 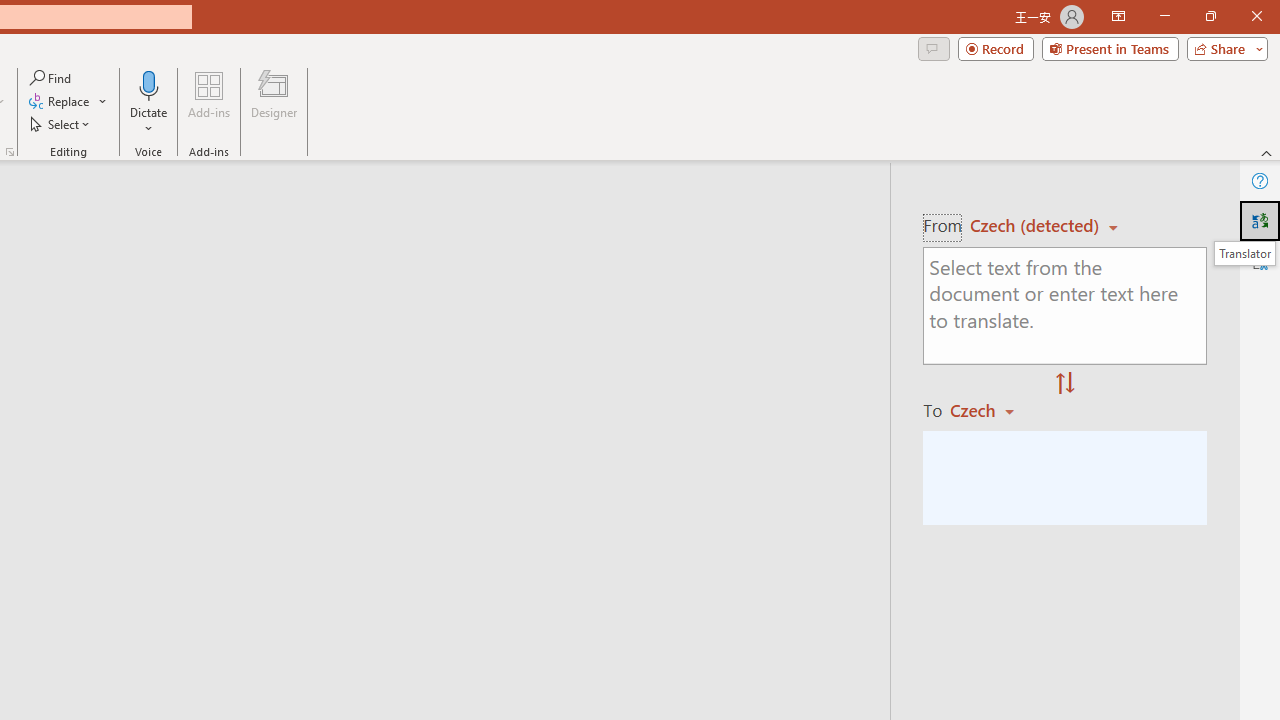 What do you see at coordinates (1209, 16) in the screenshot?
I see `'Restore Down'` at bounding box center [1209, 16].